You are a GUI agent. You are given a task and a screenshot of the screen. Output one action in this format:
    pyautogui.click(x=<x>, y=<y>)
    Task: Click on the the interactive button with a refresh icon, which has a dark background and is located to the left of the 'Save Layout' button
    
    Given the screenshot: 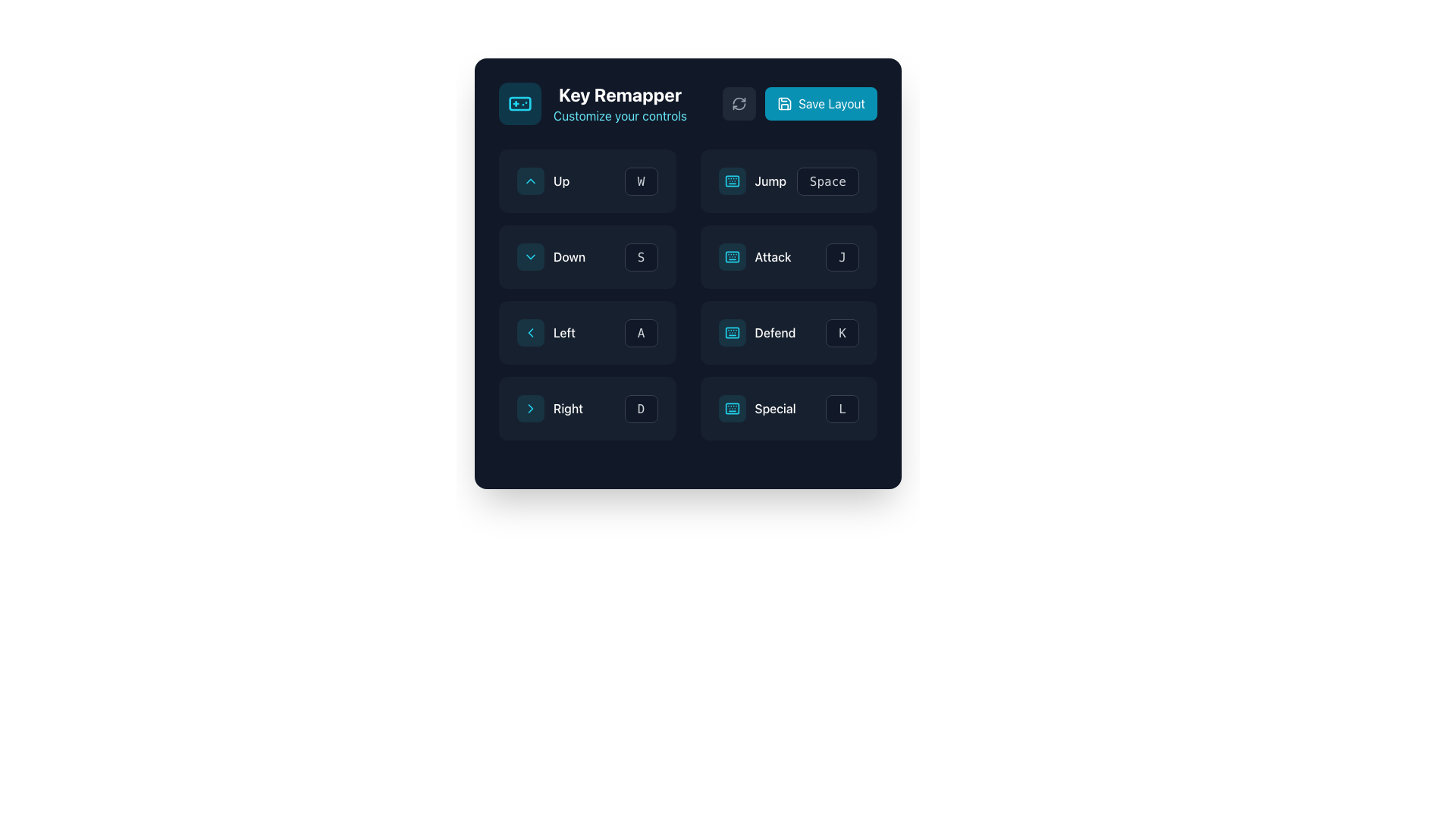 What is the action you would take?
    pyautogui.click(x=739, y=103)
    